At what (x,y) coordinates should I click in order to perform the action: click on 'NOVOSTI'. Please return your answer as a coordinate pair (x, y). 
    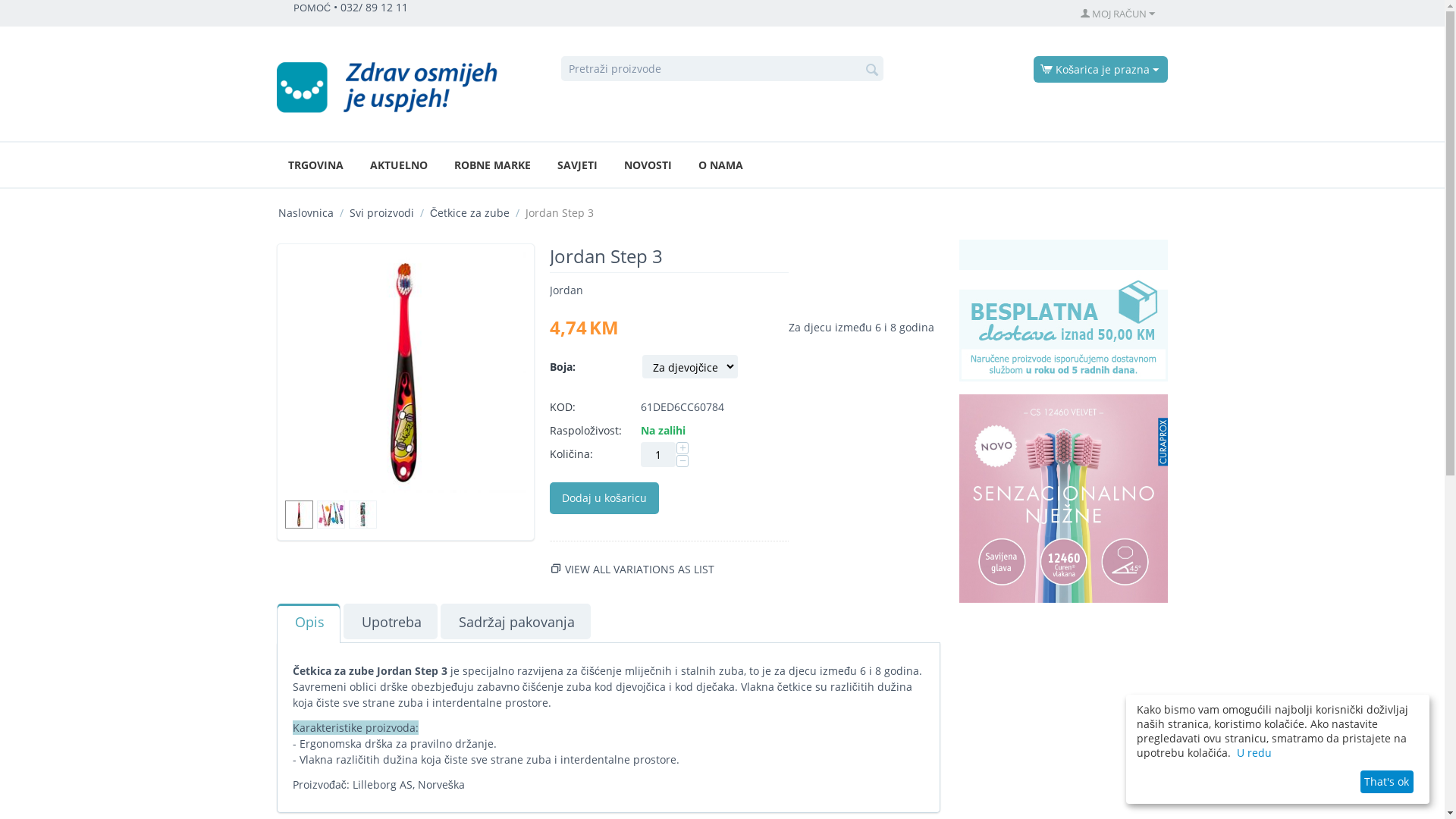
    Looking at the image, I should click on (648, 165).